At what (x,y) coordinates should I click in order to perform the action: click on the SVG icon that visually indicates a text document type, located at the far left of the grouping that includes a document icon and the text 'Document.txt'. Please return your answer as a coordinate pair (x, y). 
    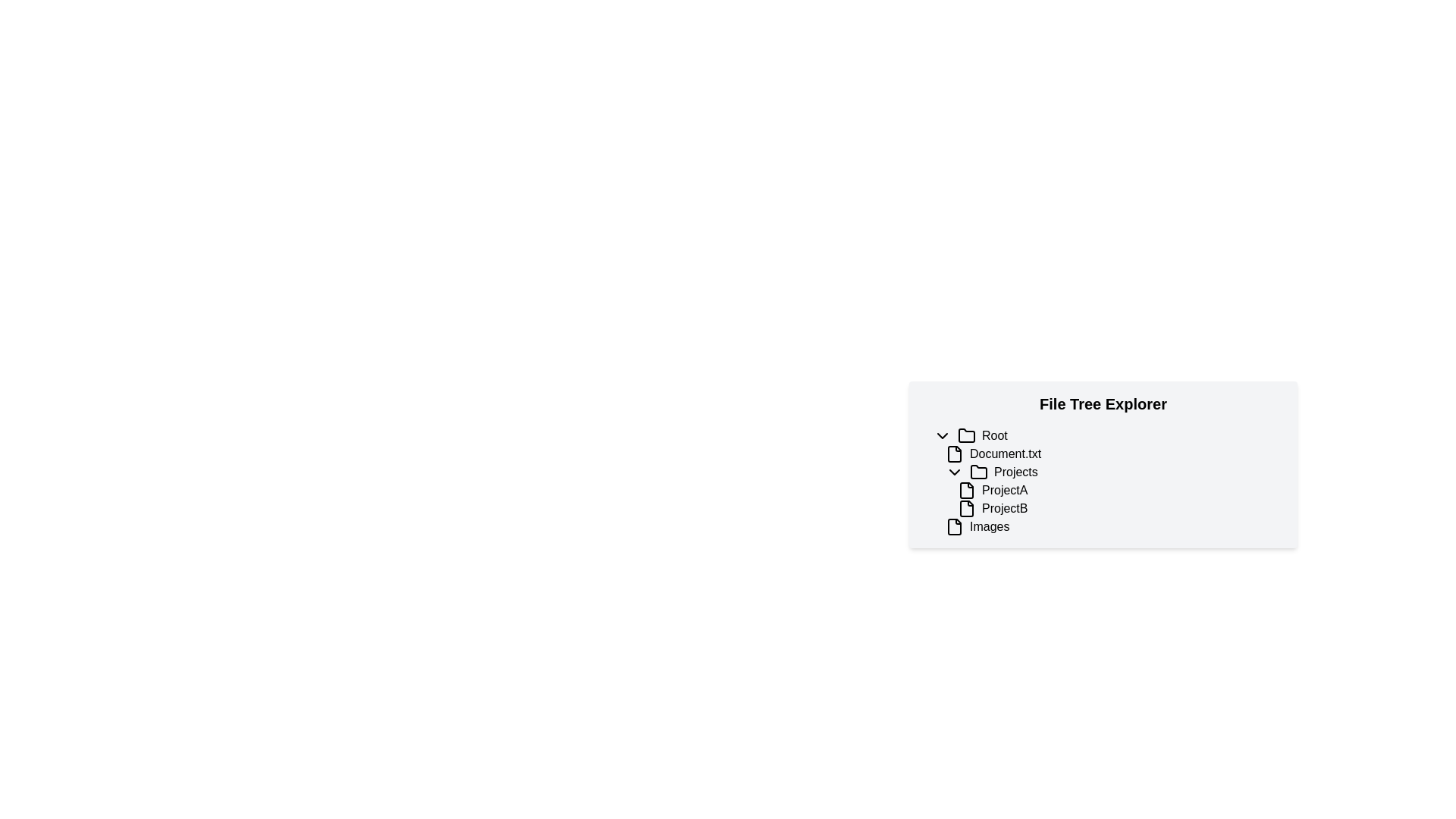
    Looking at the image, I should click on (953, 453).